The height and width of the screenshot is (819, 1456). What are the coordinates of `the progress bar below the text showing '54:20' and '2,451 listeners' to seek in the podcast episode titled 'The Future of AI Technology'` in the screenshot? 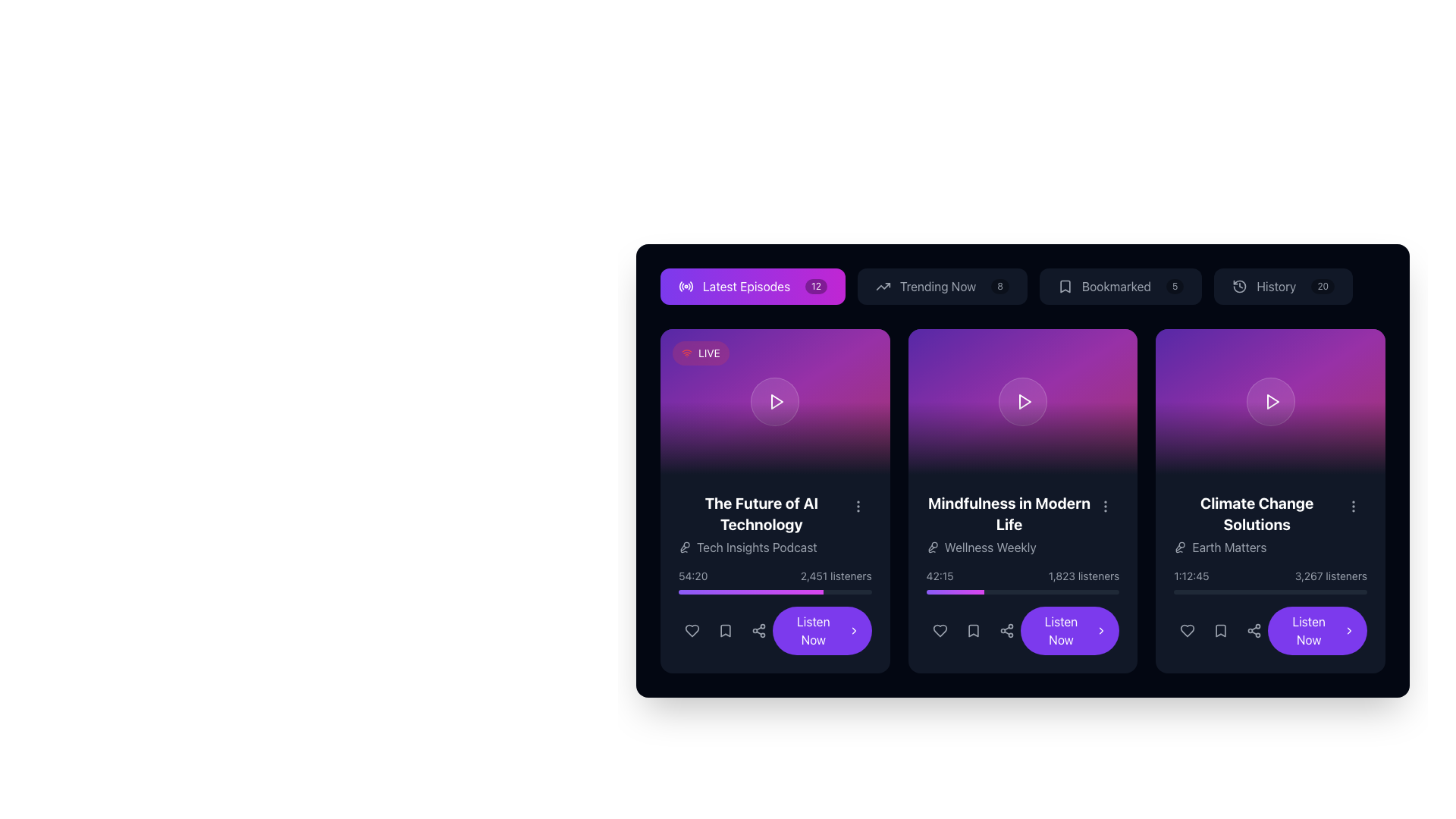 It's located at (775, 581).